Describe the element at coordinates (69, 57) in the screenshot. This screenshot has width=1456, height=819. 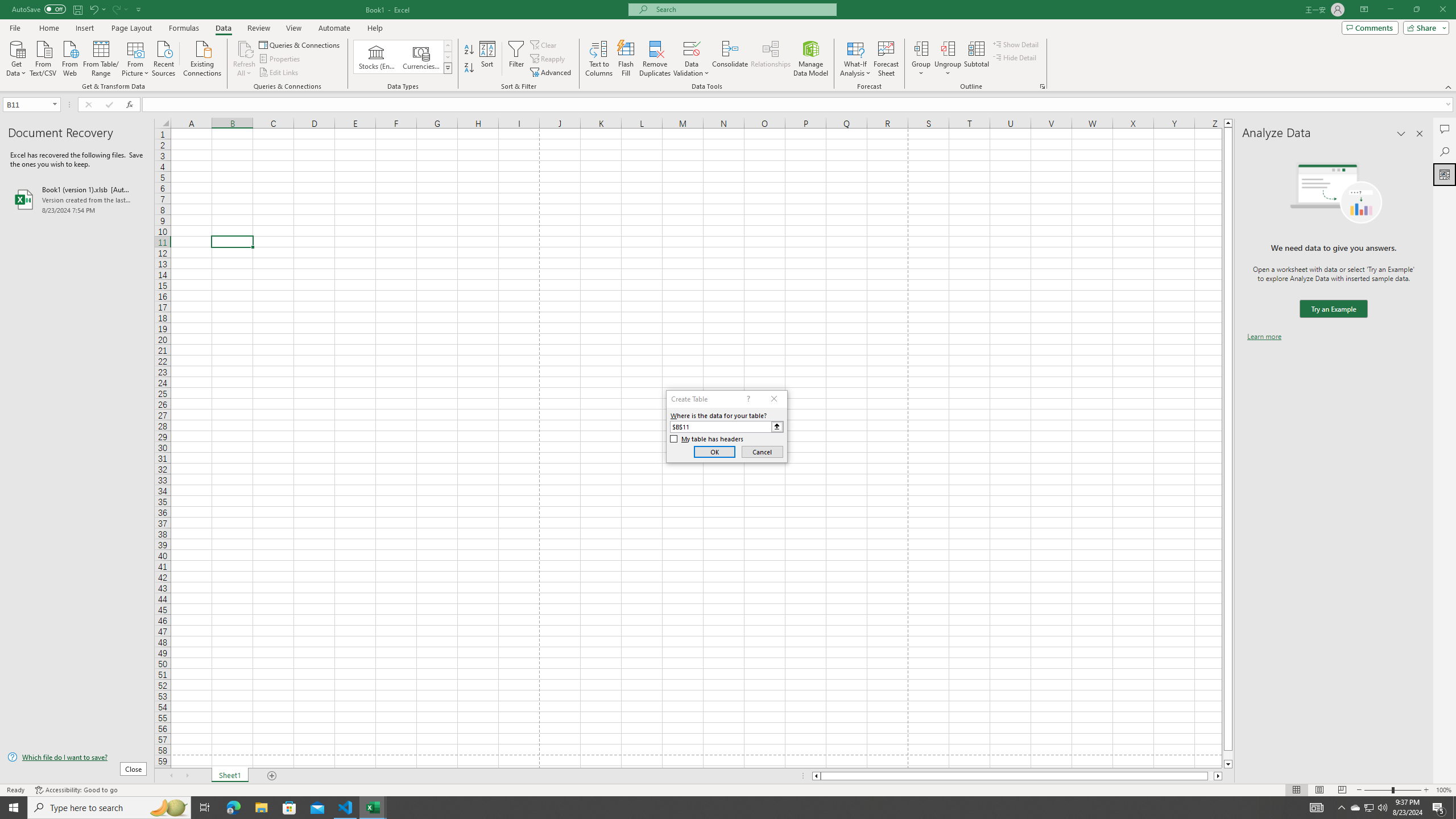
I see `'From Web'` at that location.